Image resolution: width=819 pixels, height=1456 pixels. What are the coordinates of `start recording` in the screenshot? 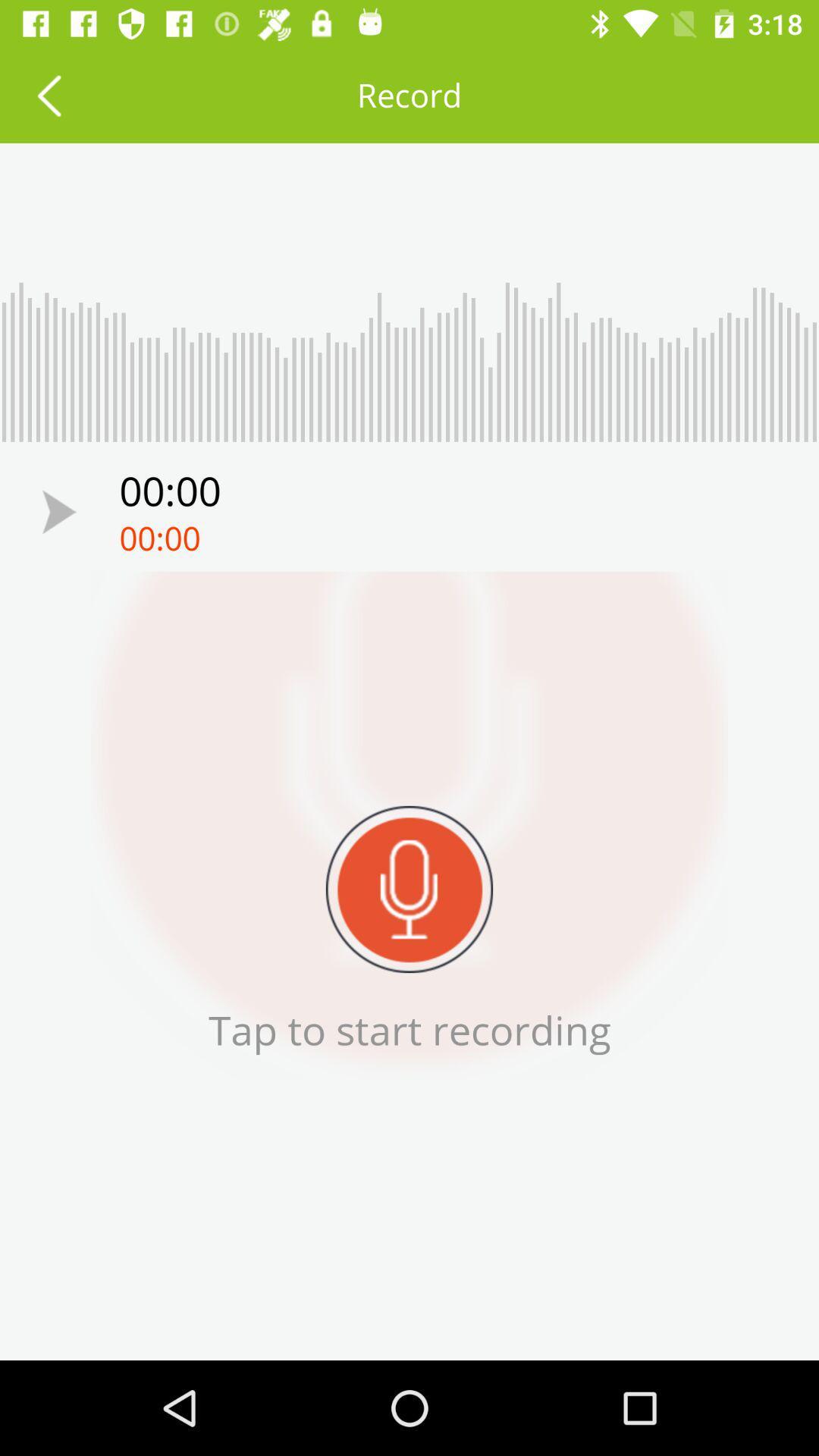 It's located at (409, 889).